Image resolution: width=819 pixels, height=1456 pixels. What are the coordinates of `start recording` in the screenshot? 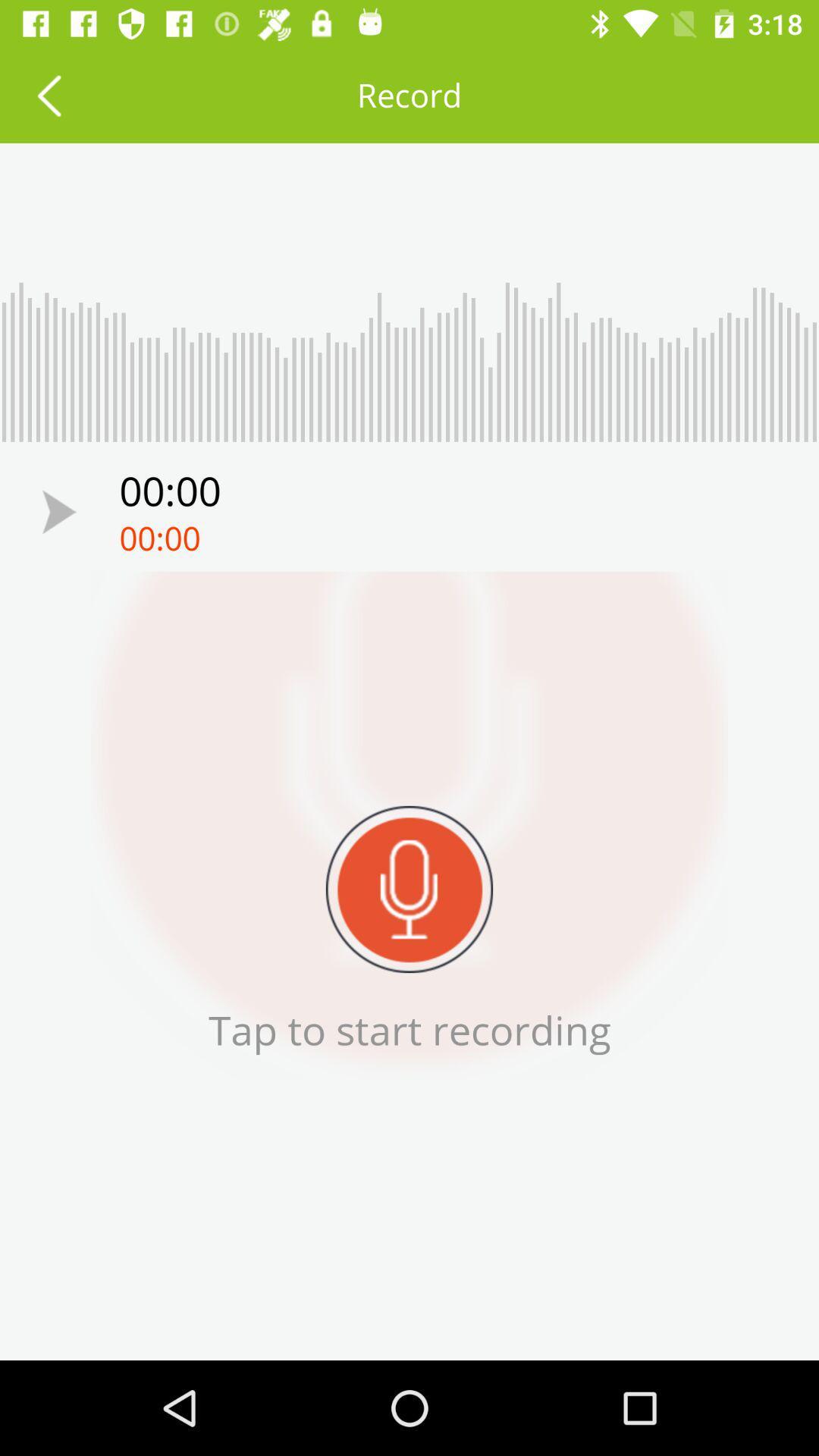 It's located at (409, 889).